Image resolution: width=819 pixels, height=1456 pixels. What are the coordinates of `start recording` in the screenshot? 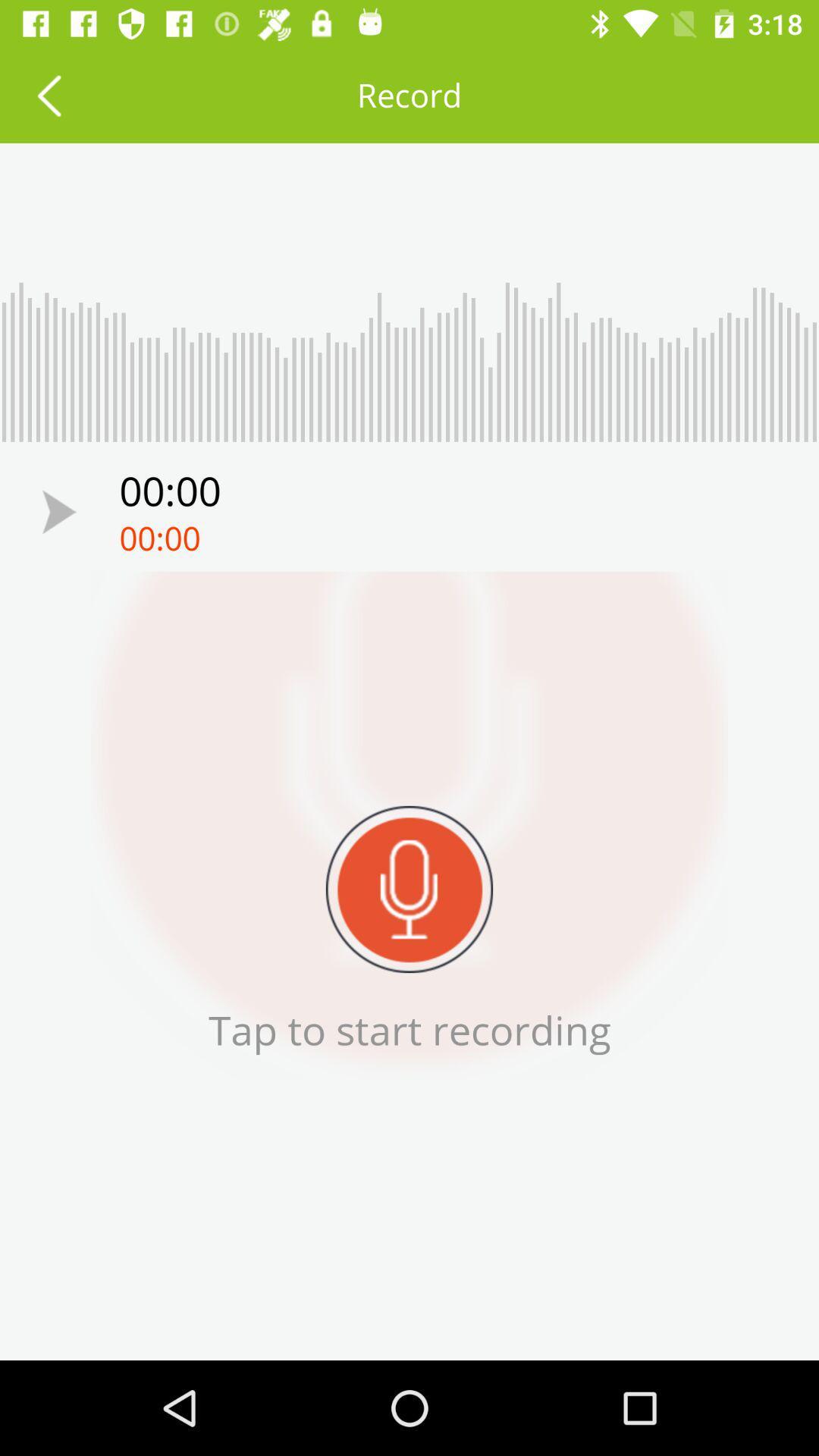 It's located at (409, 889).